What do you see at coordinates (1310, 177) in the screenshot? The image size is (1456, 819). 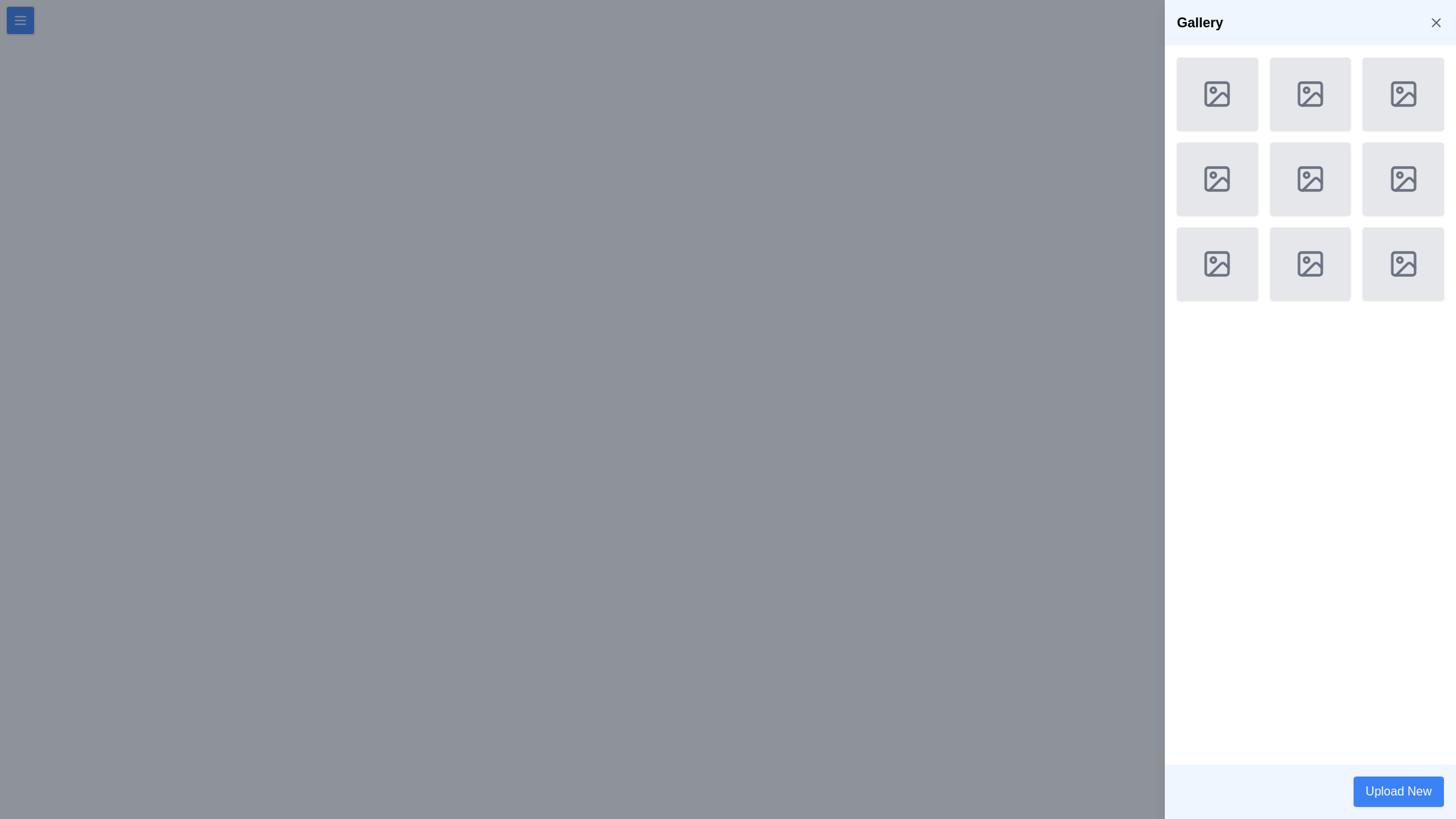 I see `the gallery item located in the second row and second column of a 3x3 grid by clicking on it` at bounding box center [1310, 177].